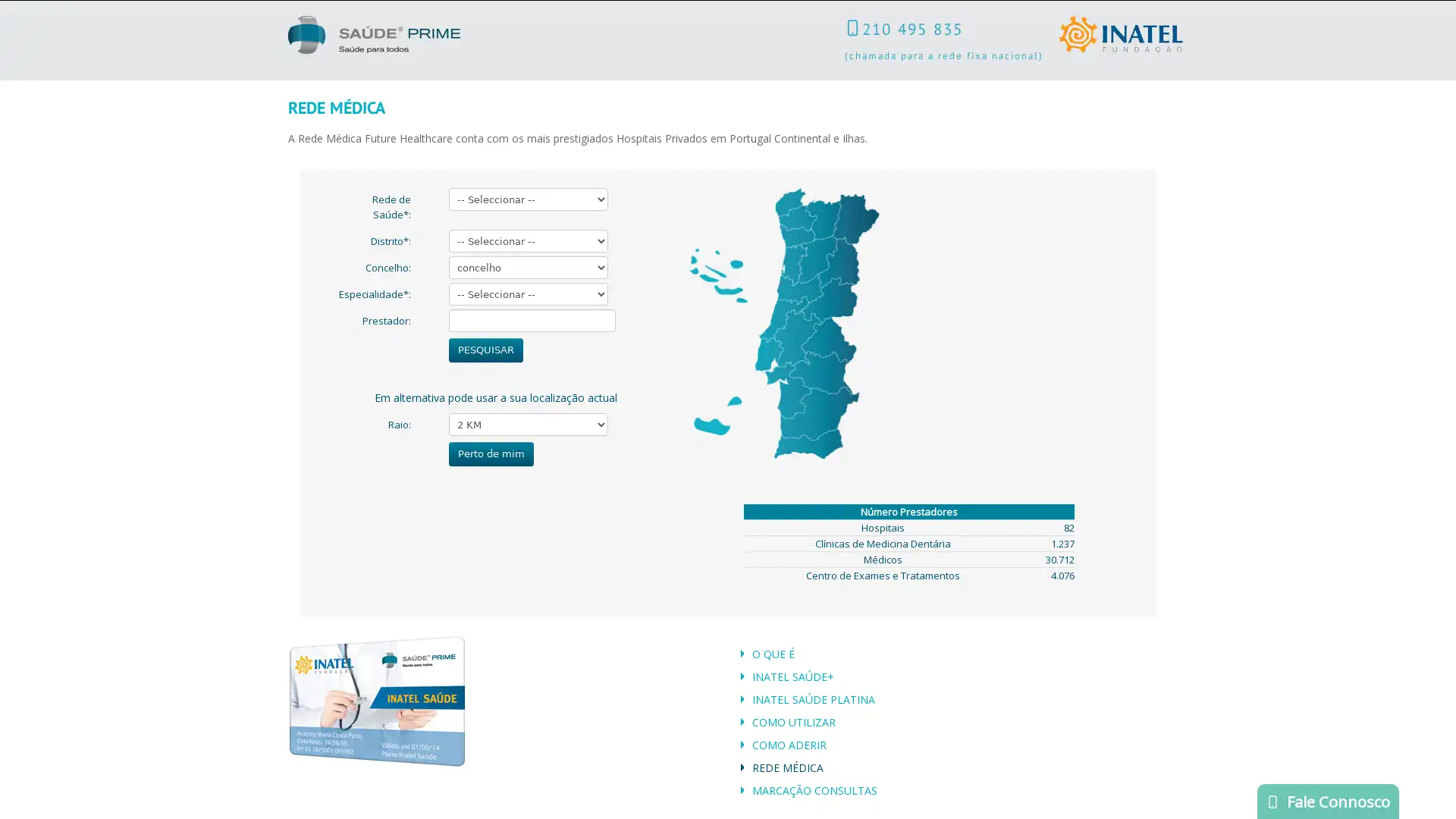 This screenshot has width=1456, height=819. Describe the element at coordinates (486, 350) in the screenshot. I see `PESQUISAR` at that location.